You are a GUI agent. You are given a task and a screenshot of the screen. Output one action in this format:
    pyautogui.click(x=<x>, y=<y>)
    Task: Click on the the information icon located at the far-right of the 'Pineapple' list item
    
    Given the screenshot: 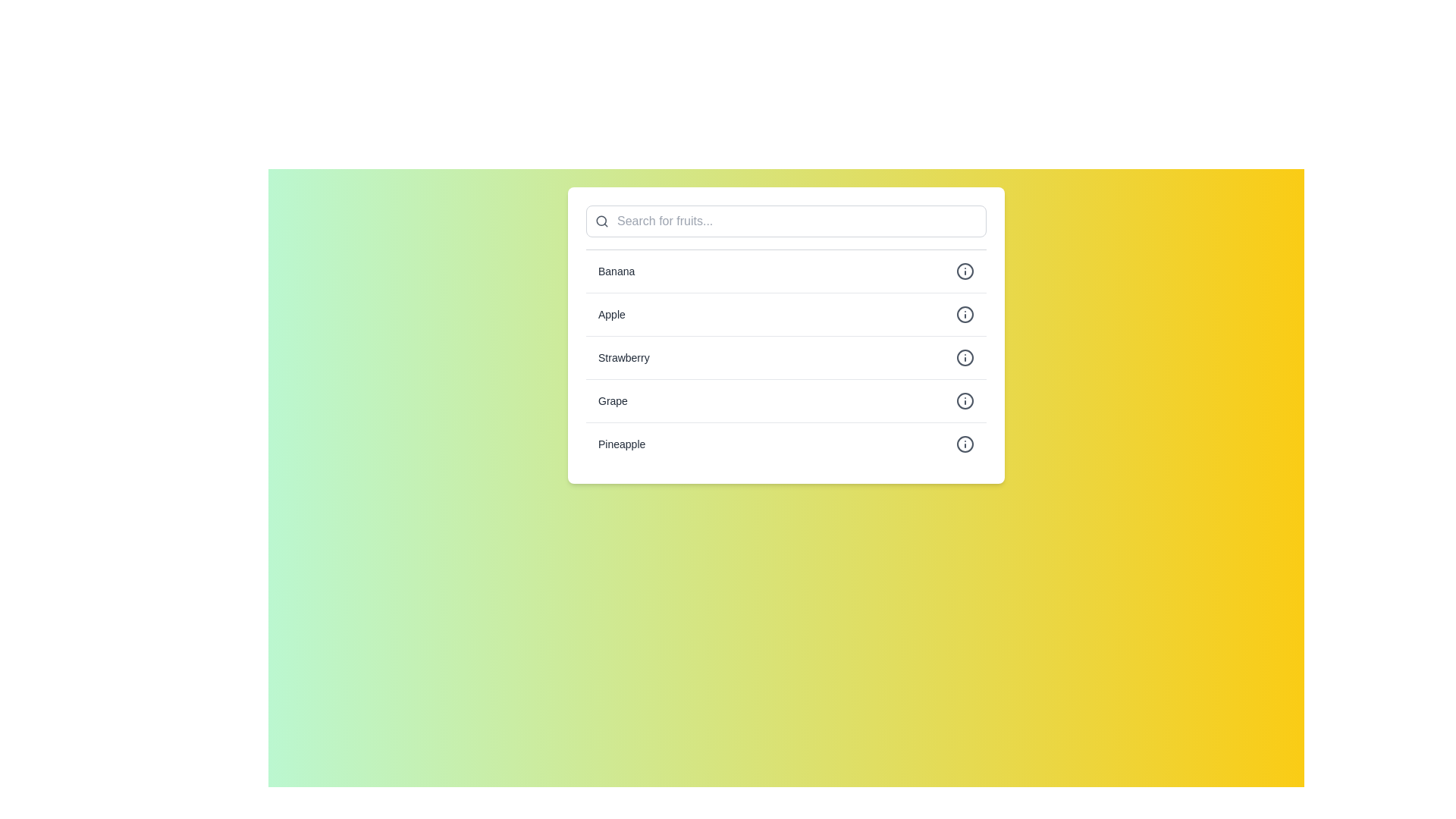 What is the action you would take?
    pyautogui.click(x=964, y=444)
    